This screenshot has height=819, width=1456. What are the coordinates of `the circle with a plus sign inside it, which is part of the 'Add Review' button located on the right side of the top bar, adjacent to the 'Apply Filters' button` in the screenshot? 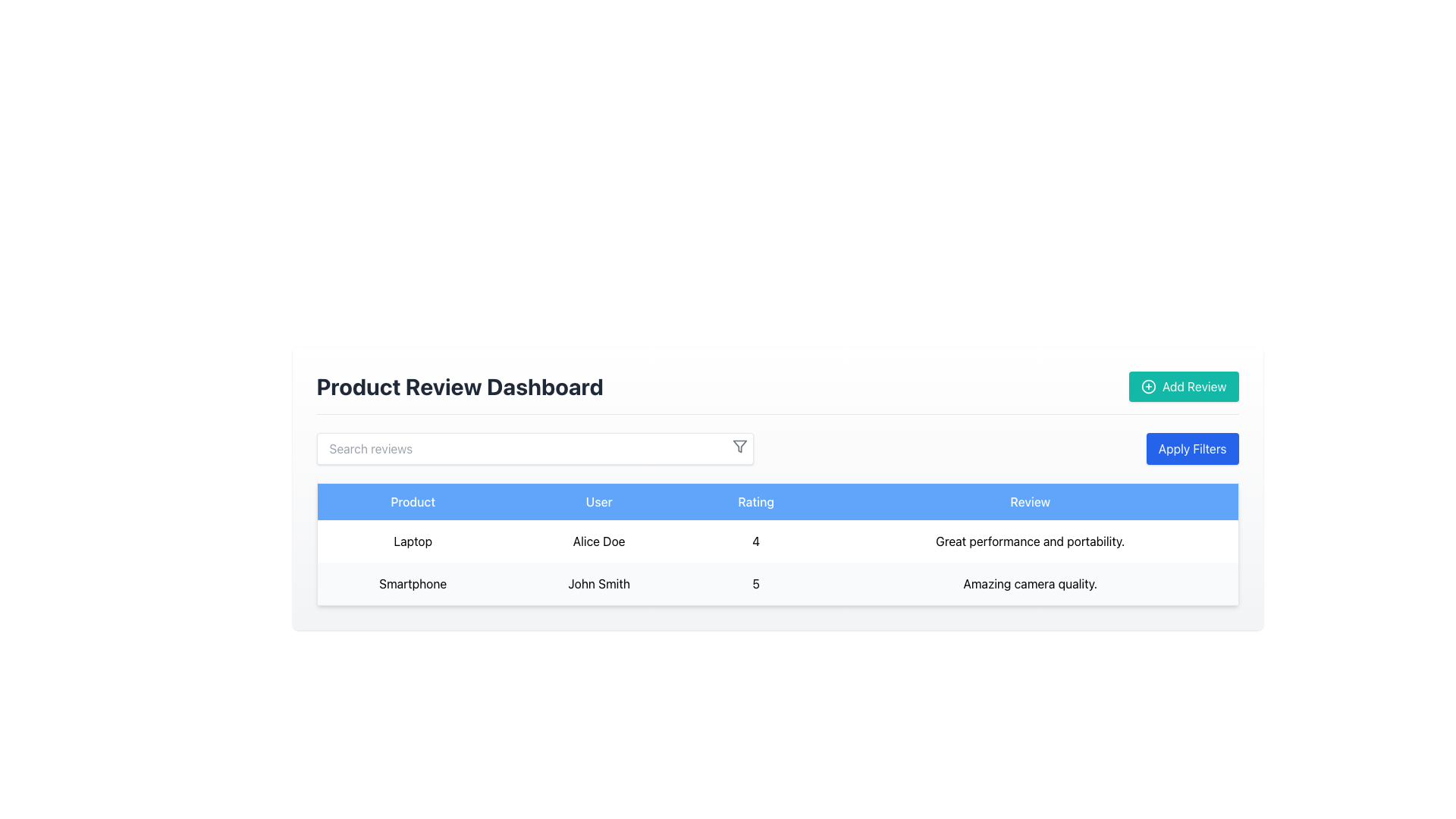 It's located at (1148, 385).